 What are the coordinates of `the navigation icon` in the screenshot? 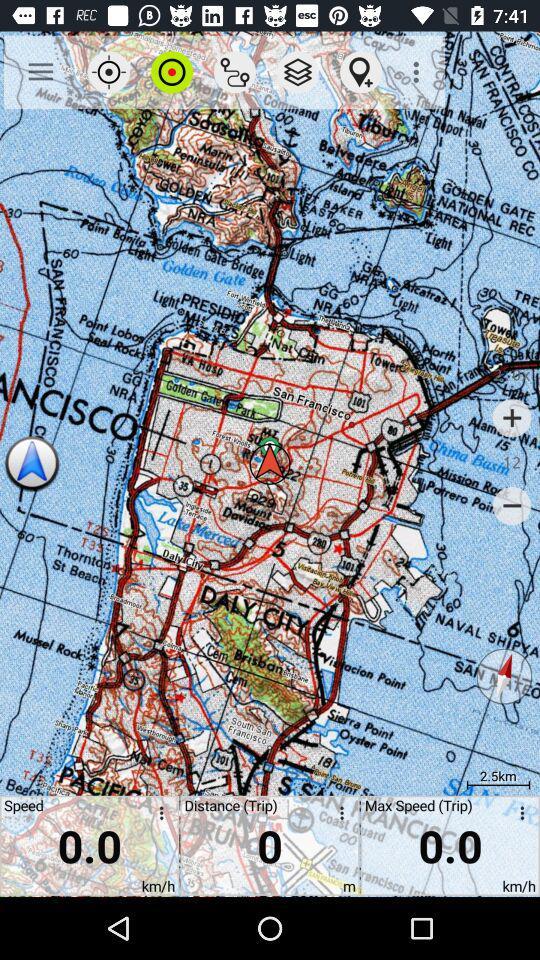 It's located at (31, 464).